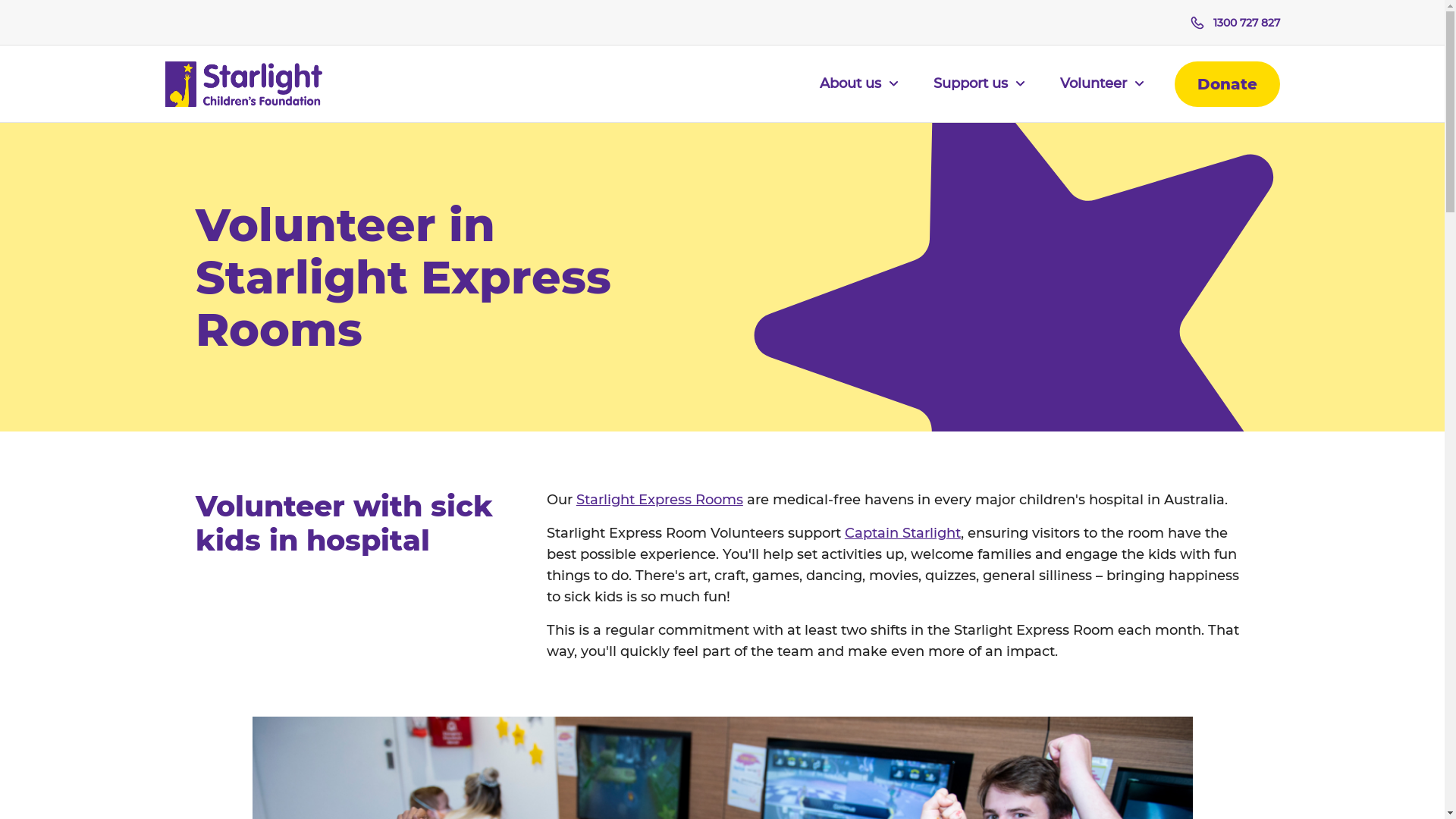 Image resolution: width=1456 pixels, height=819 pixels. What do you see at coordinates (1059, 92) in the screenshot?
I see `'Volunteer'` at bounding box center [1059, 92].